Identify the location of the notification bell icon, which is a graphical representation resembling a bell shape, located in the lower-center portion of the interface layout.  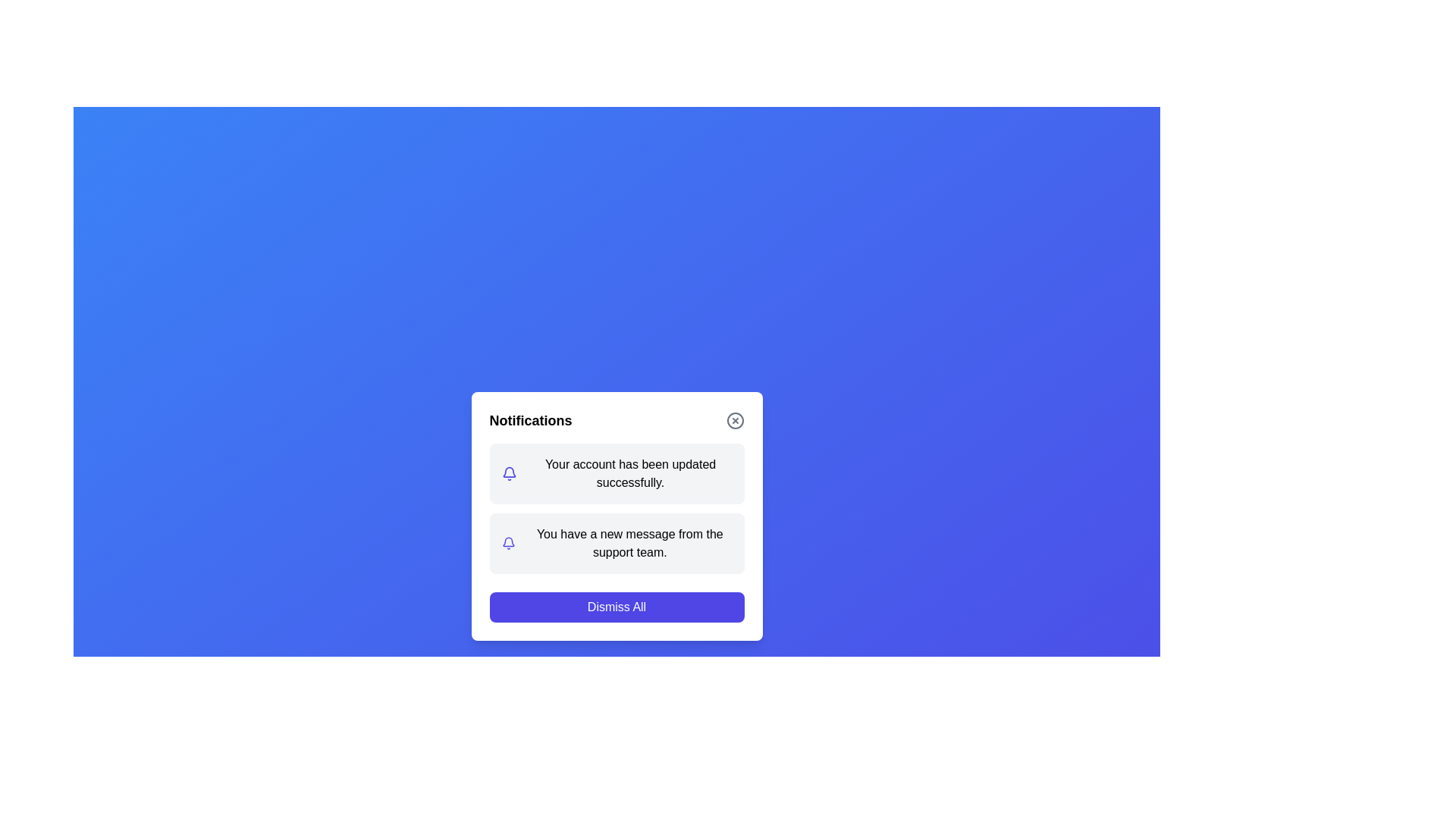
(509, 471).